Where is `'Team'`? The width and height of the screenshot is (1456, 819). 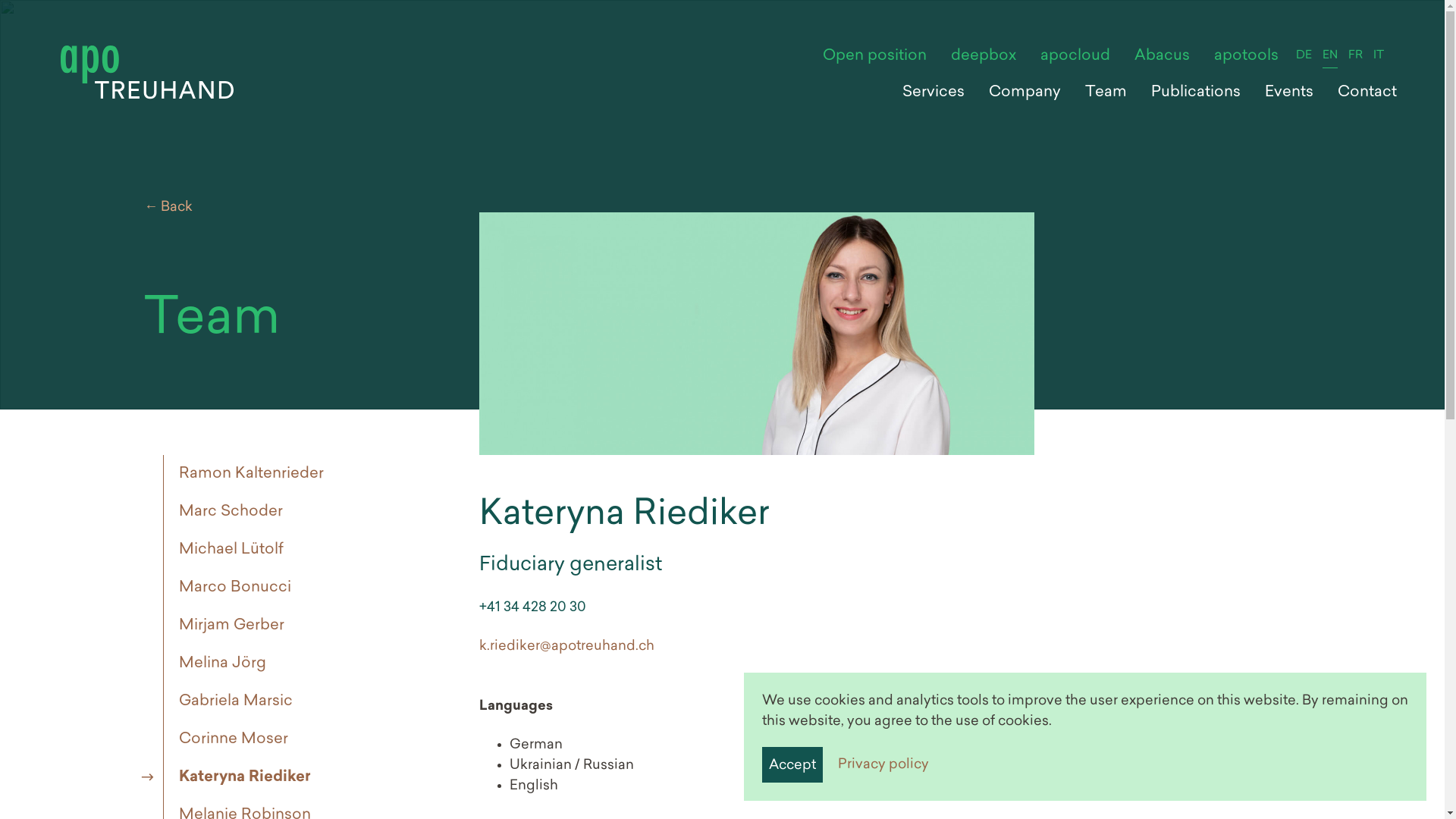
'Team' is located at coordinates (1106, 93).